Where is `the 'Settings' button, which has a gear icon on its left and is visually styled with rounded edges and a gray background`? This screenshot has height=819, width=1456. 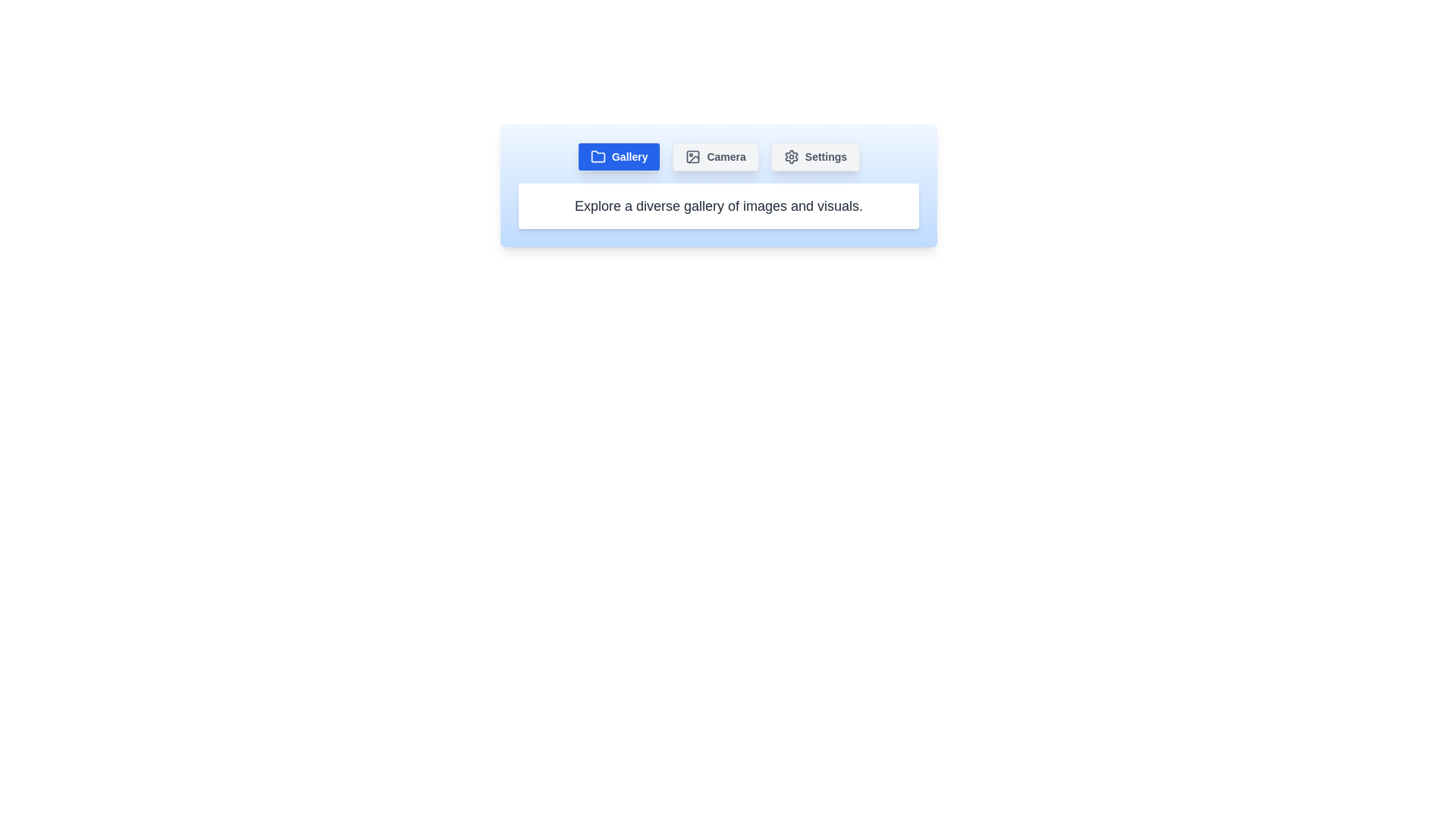 the 'Settings' button, which has a gear icon on its left and is visually styled with rounded edges and a gray background is located at coordinates (814, 157).